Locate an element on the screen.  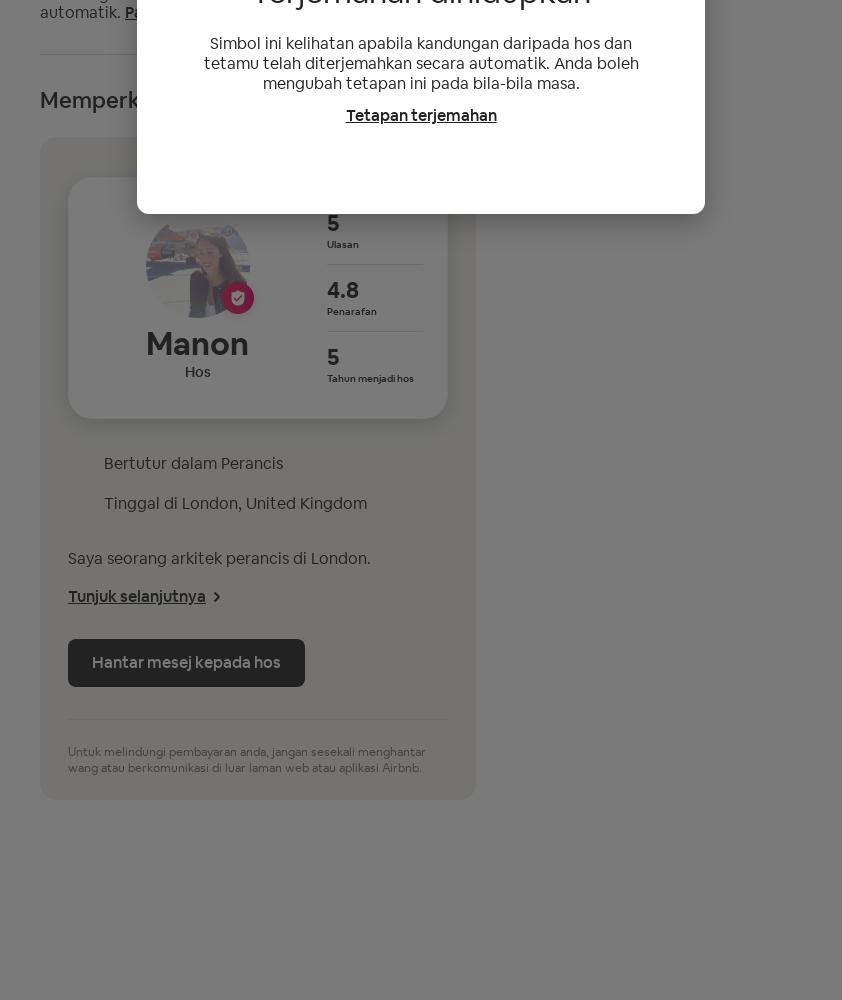
'4.8' is located at coordinates (342, 289).